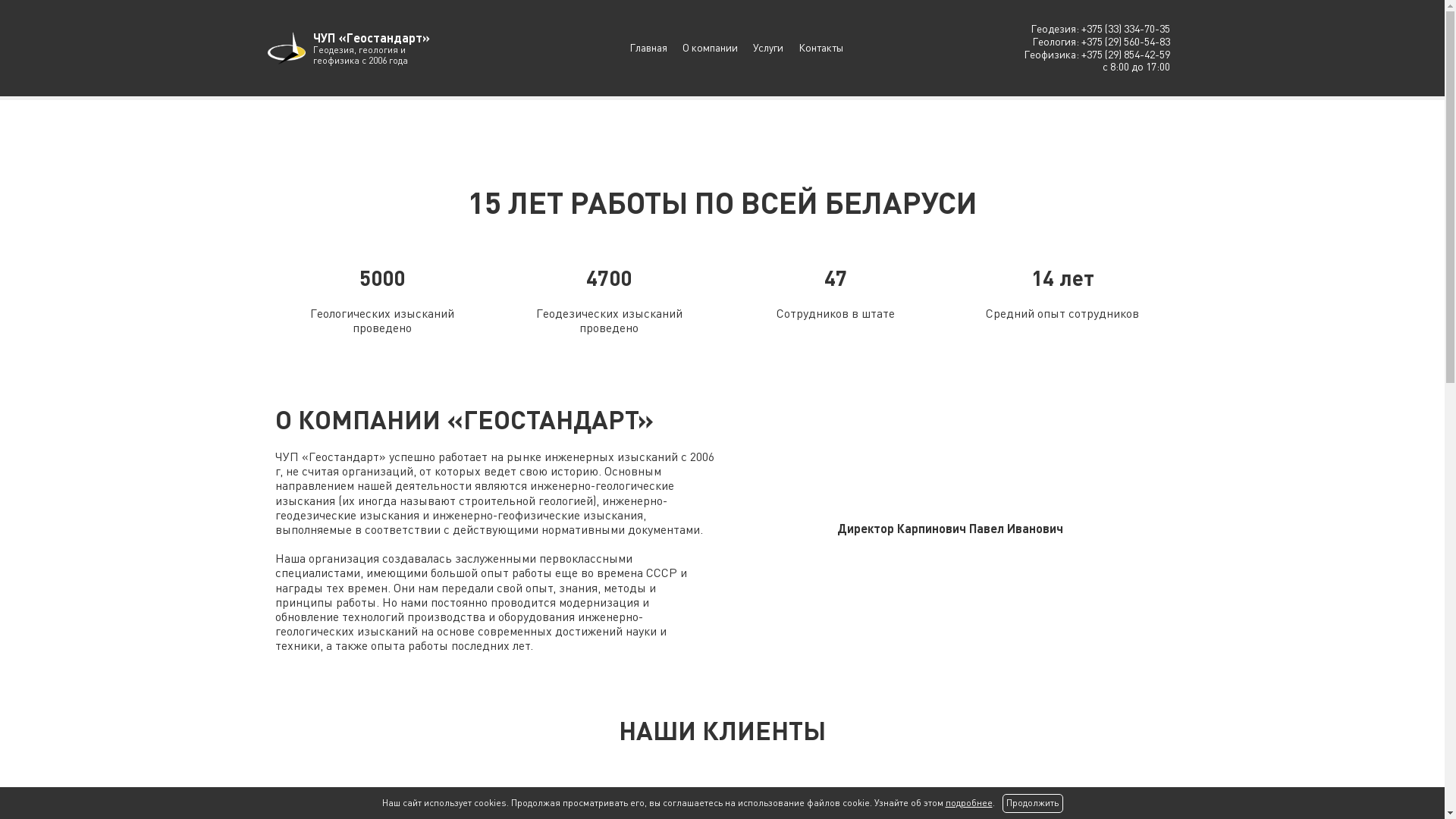 The height and width of the screenshot is (819, 1456). Describe the element at coordinates (1125, 28) in the screenshot. I see `'+375 (33) 334-70-35'` at that location.